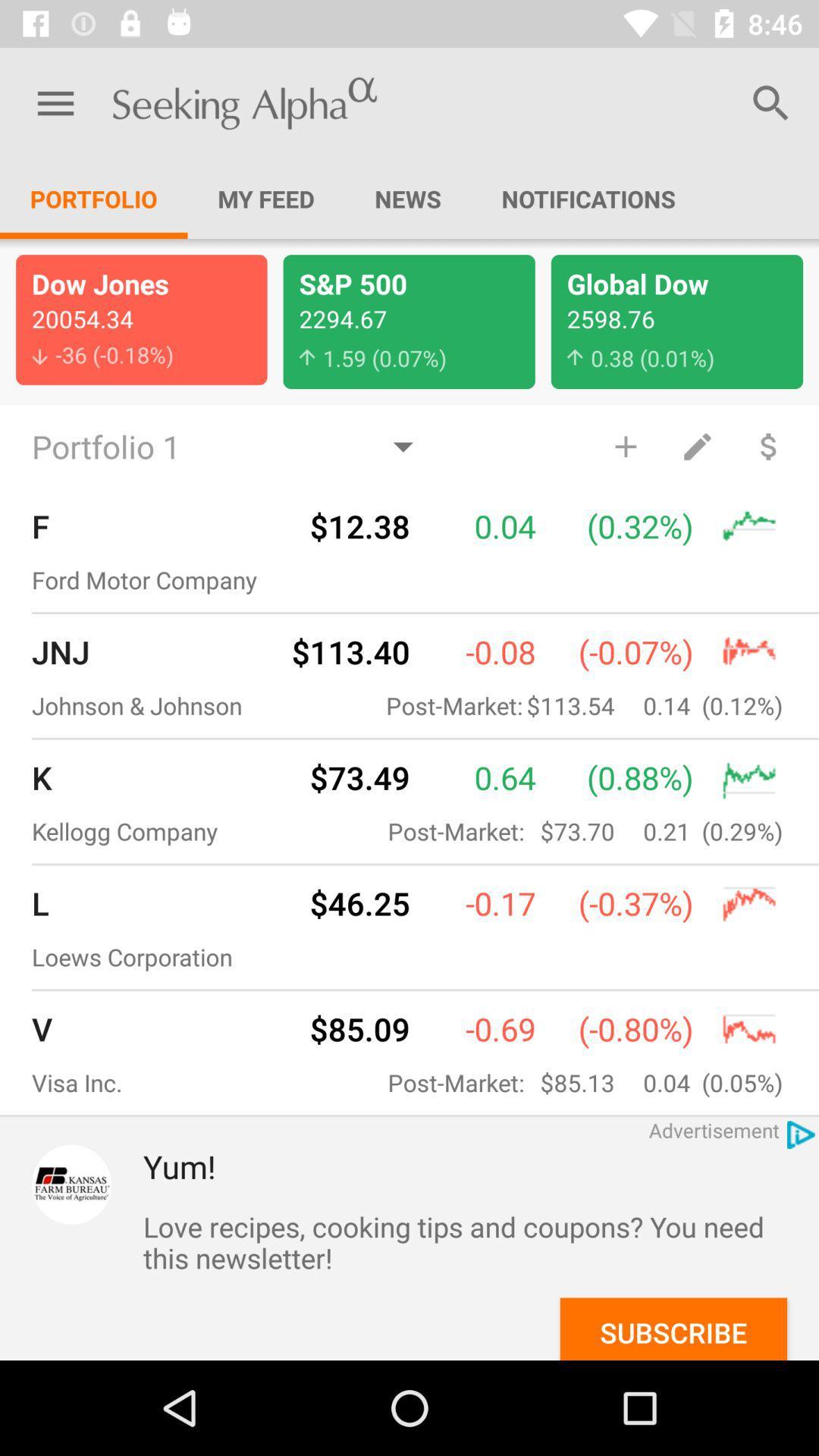  I want to click on adds a note, so click(697, 445).